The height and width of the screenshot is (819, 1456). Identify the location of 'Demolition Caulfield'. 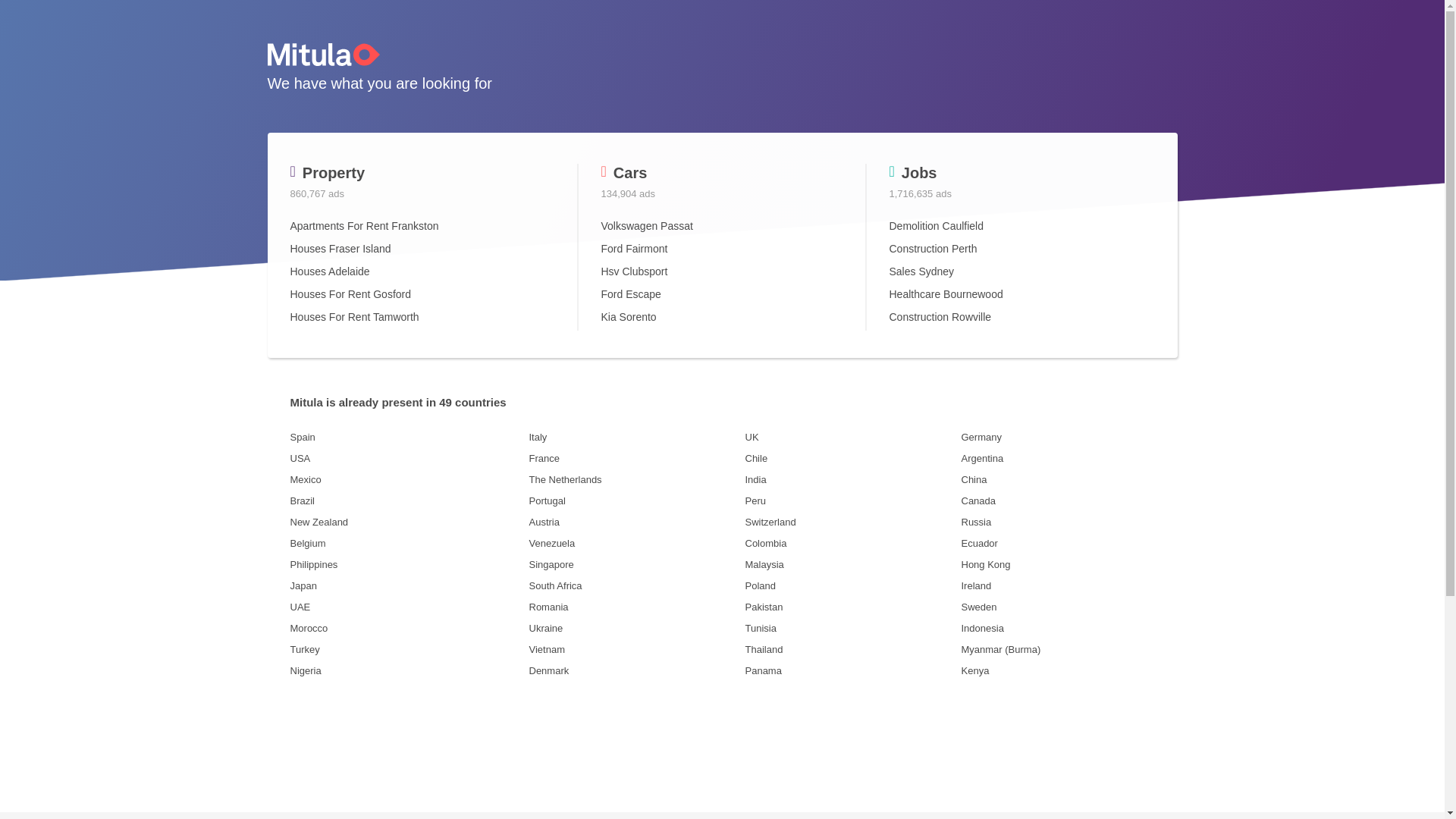
(935, 225).